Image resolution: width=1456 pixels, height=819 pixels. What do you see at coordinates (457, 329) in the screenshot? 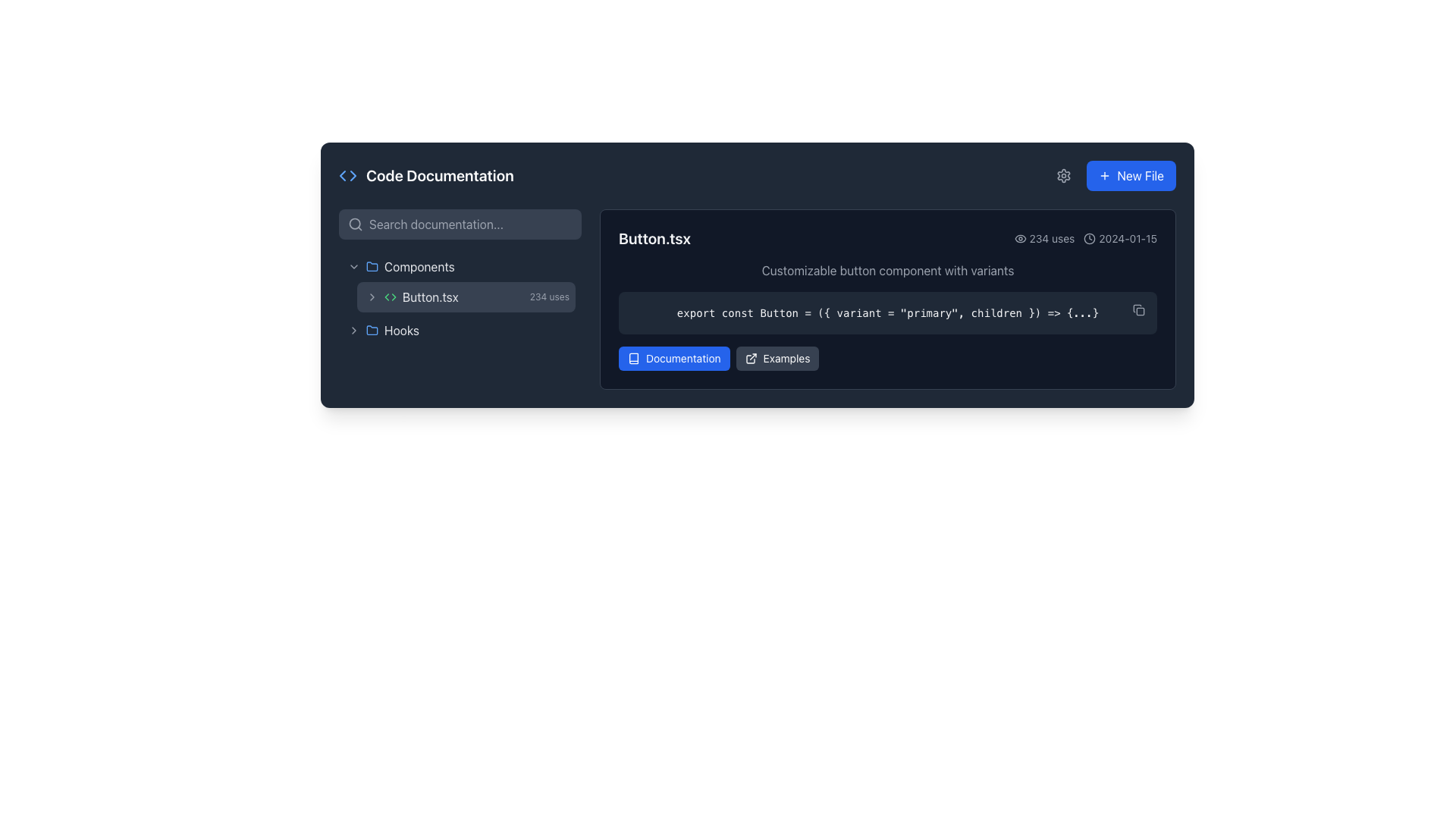
I see `the 'Hooks' folder item in the hierarchical navigation list` at bounding box center [457, 329].